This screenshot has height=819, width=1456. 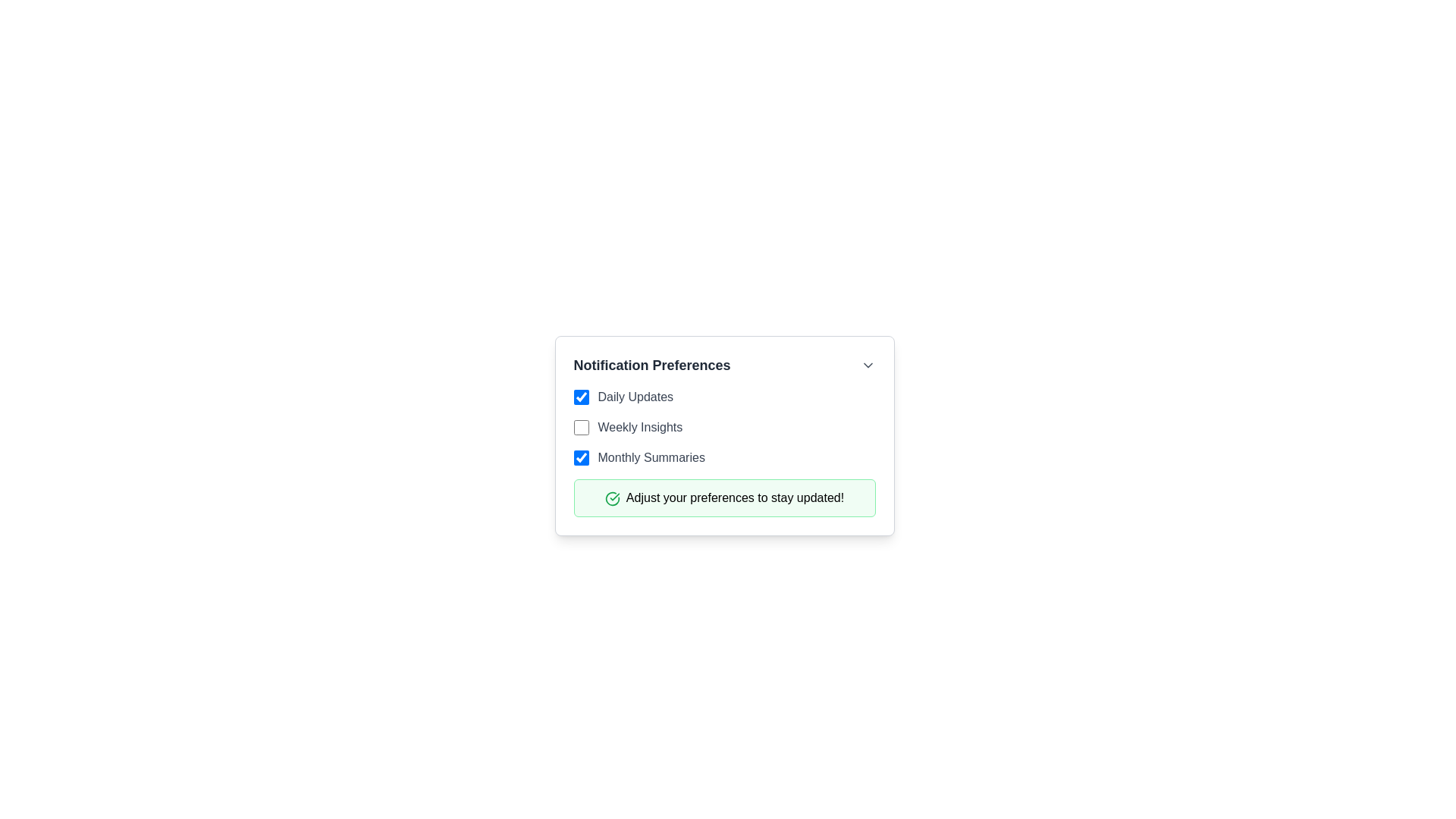 What do you see at coordinates (580, 427) in the screenshot?
I see `the blue checkbox to the left of the label 'Weekly Insights'` at bounding box center [580, 427].